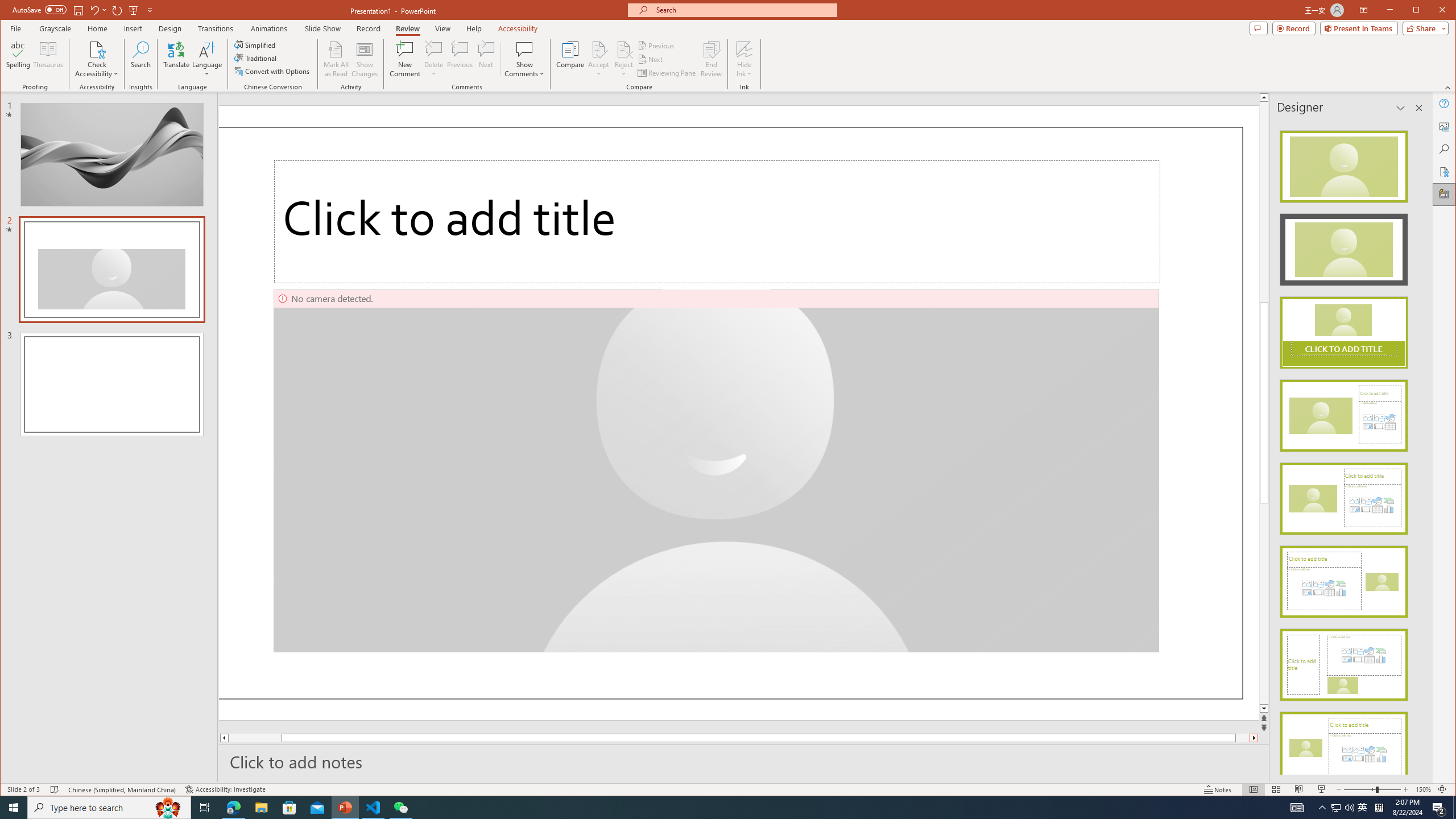  Describe the element at coordinates (744, 48) in the screenshot. I see `'Hide Ink'` at that location.